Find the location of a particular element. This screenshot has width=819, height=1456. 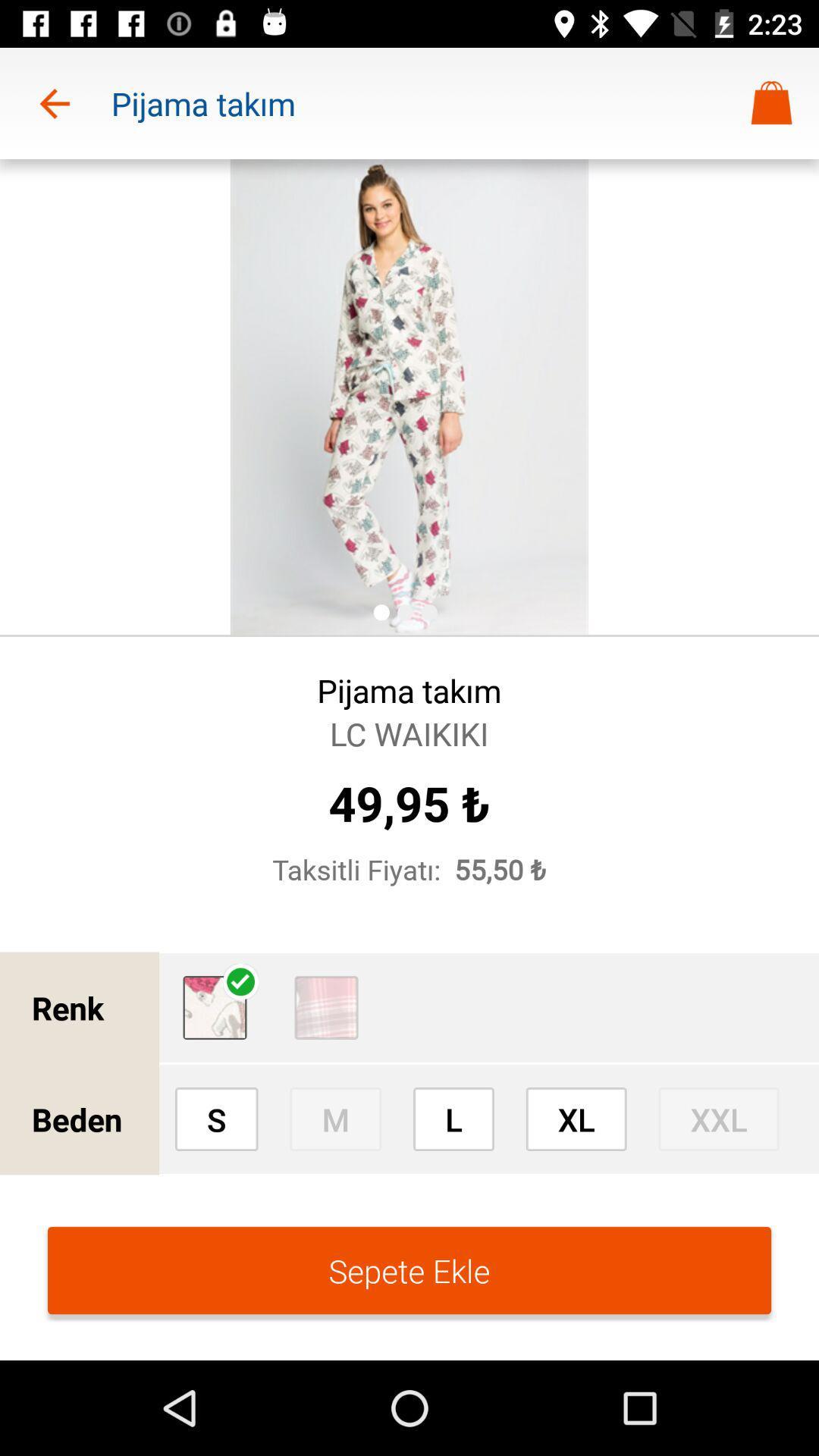

item next to l is located at coordinates (334, 1119).